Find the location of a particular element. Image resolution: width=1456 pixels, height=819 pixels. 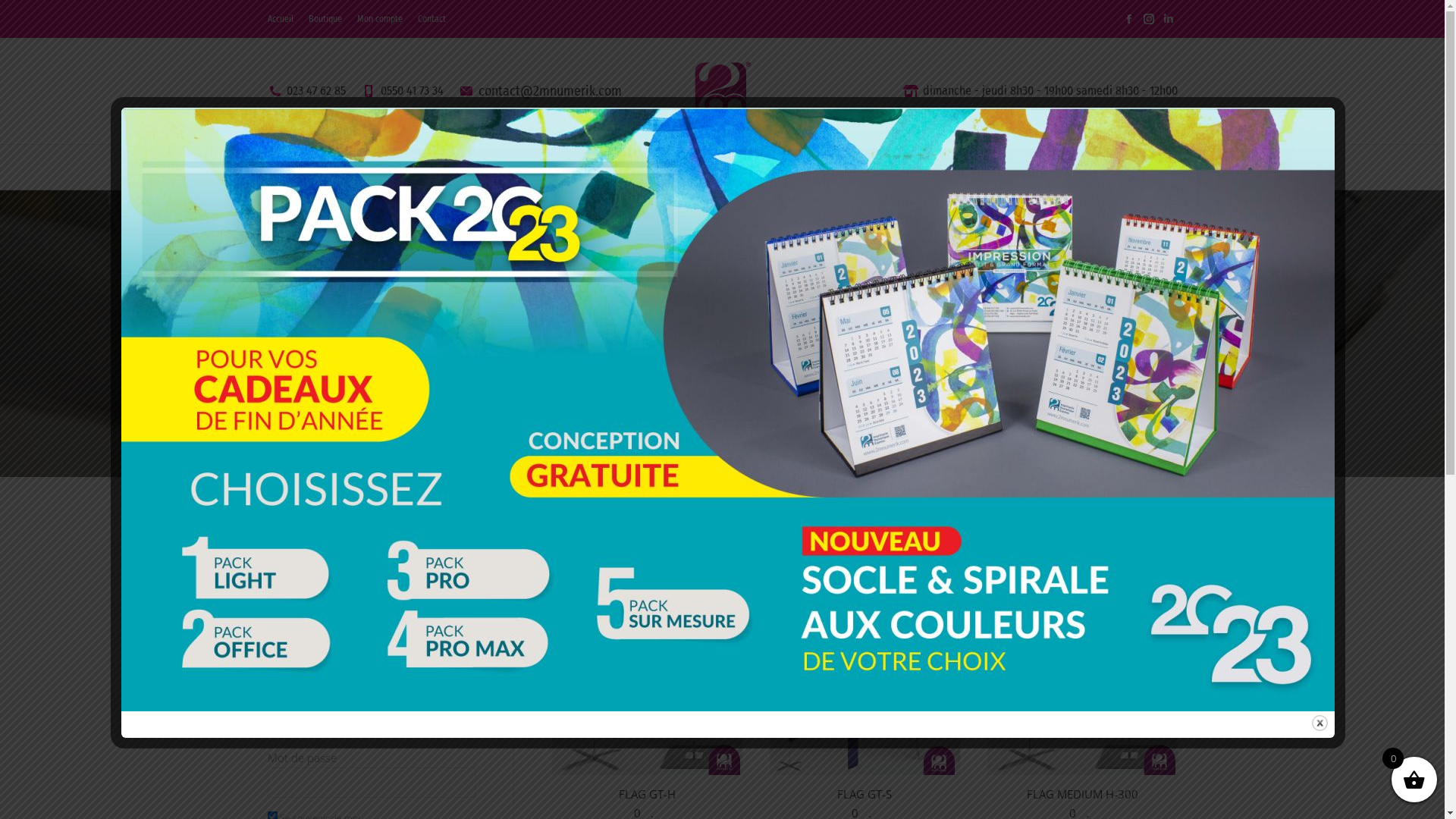

'GRAND FORMAT' is located at coordinates (694, 167).